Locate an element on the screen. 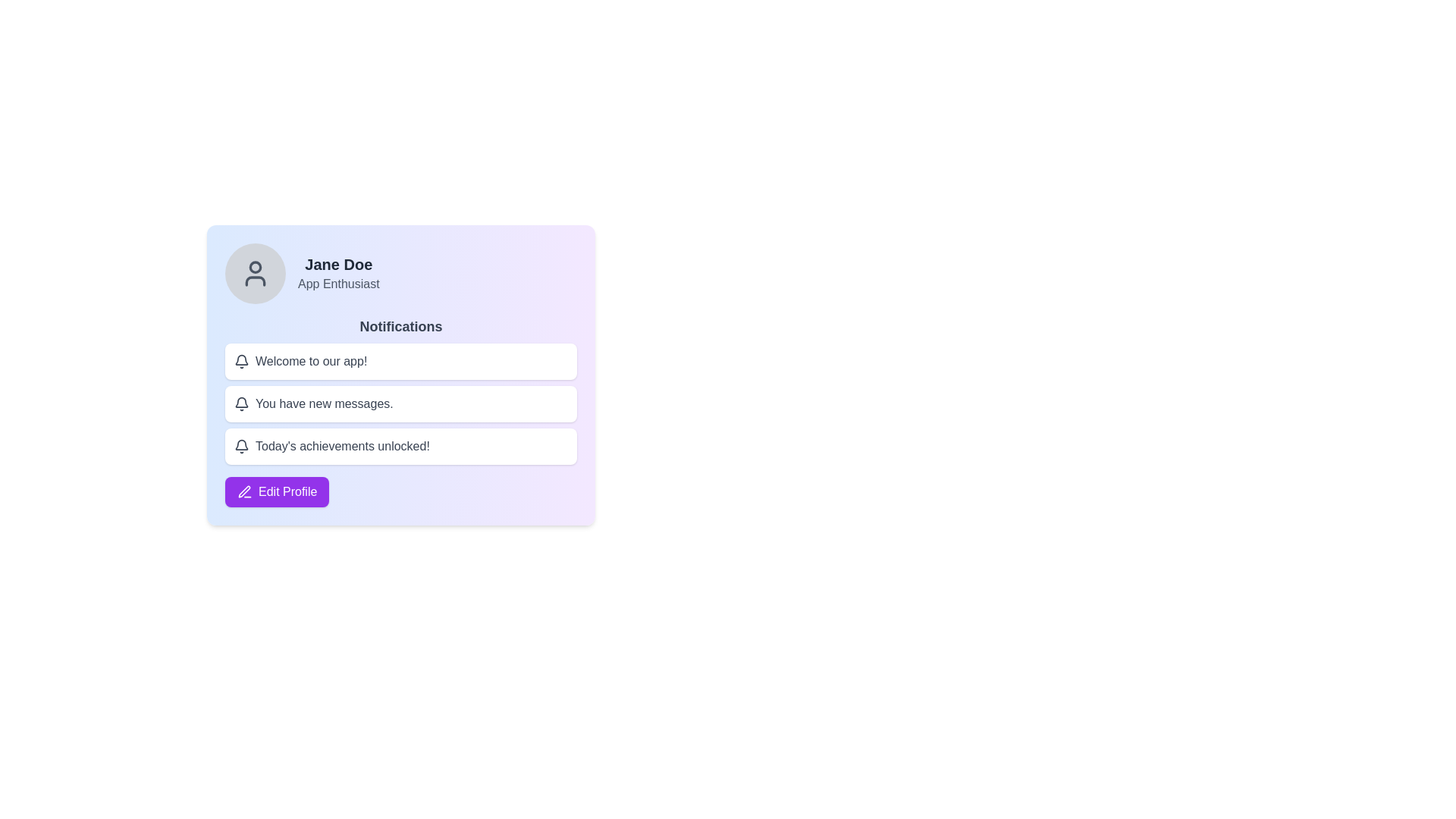 This screenshot has width=1456, height=819. the pen icon located within the 'Edit Profile' button, which is positioned at the bottom of a card-like interface is located at coordinates (244, 491).